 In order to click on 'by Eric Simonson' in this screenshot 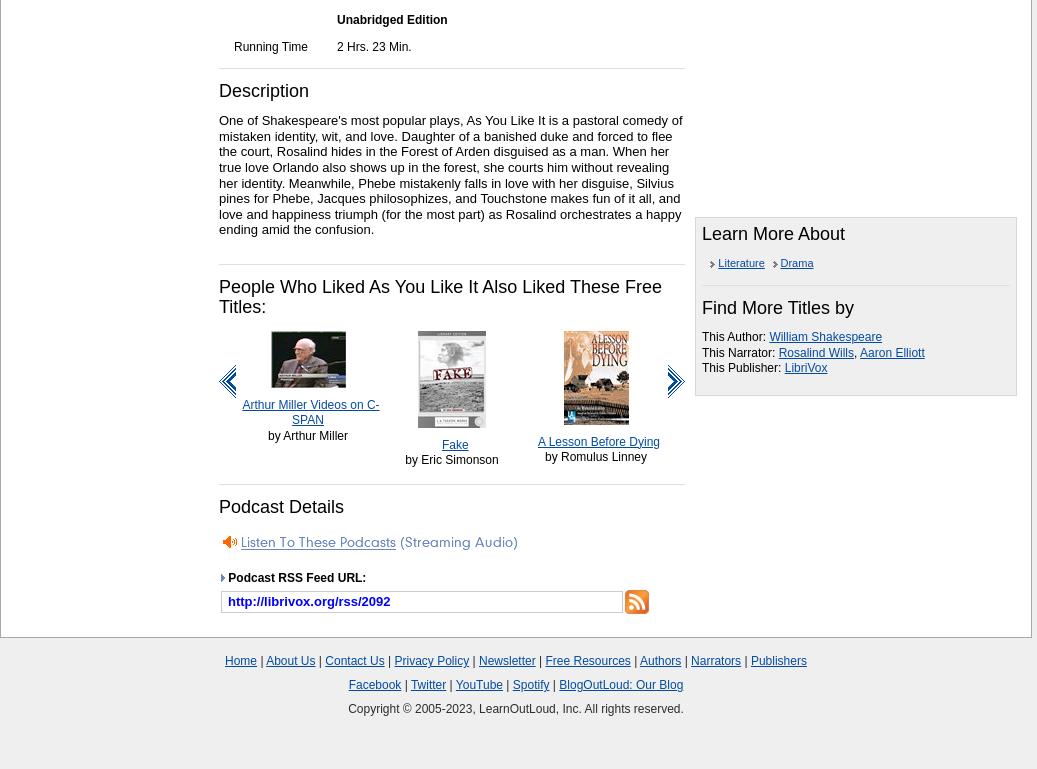, I will do `click(403, 460)`.